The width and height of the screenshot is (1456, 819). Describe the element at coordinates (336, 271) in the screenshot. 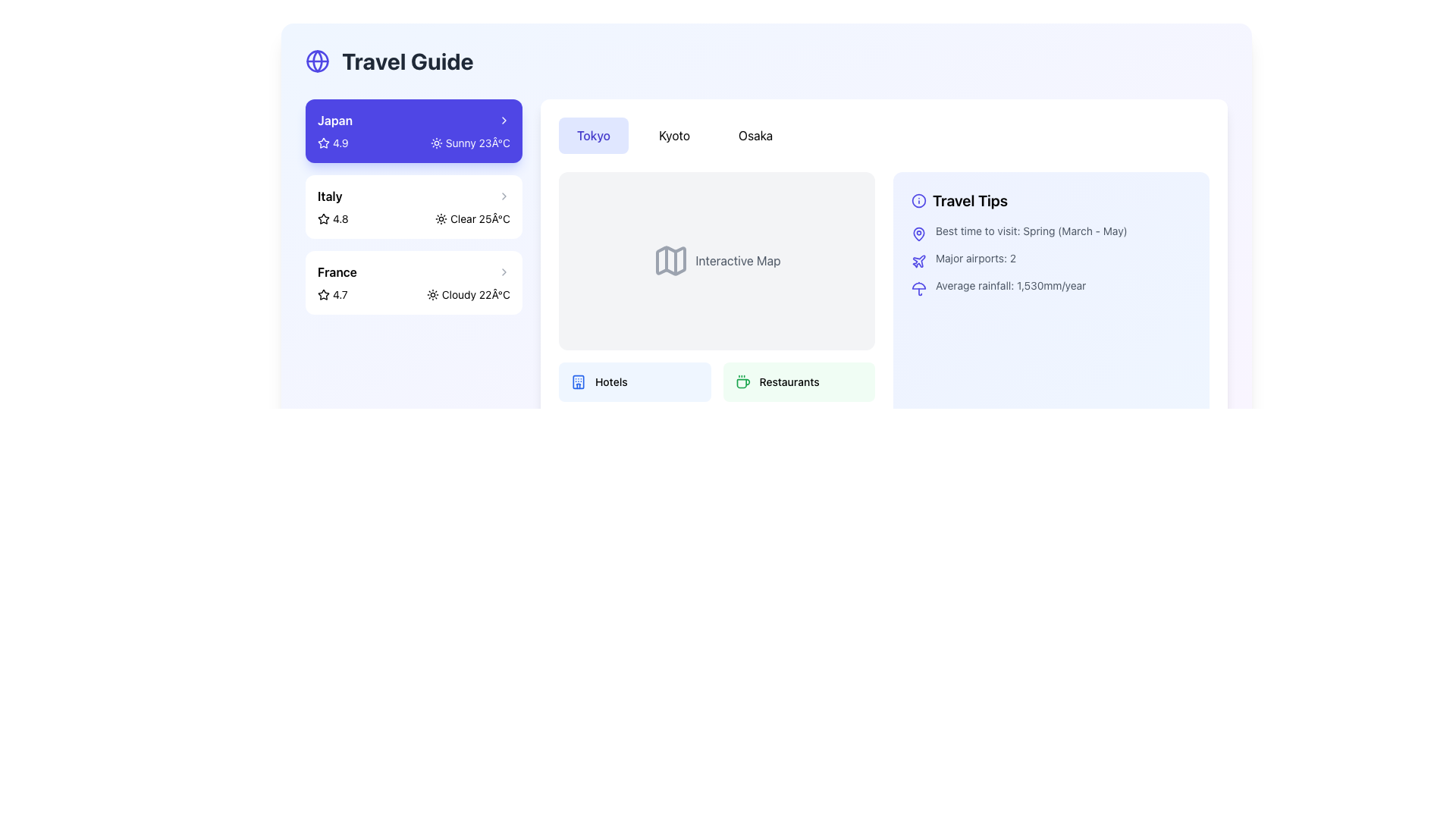

I see `the 'France' text label in the Travel Guide navigation panel` at that location.